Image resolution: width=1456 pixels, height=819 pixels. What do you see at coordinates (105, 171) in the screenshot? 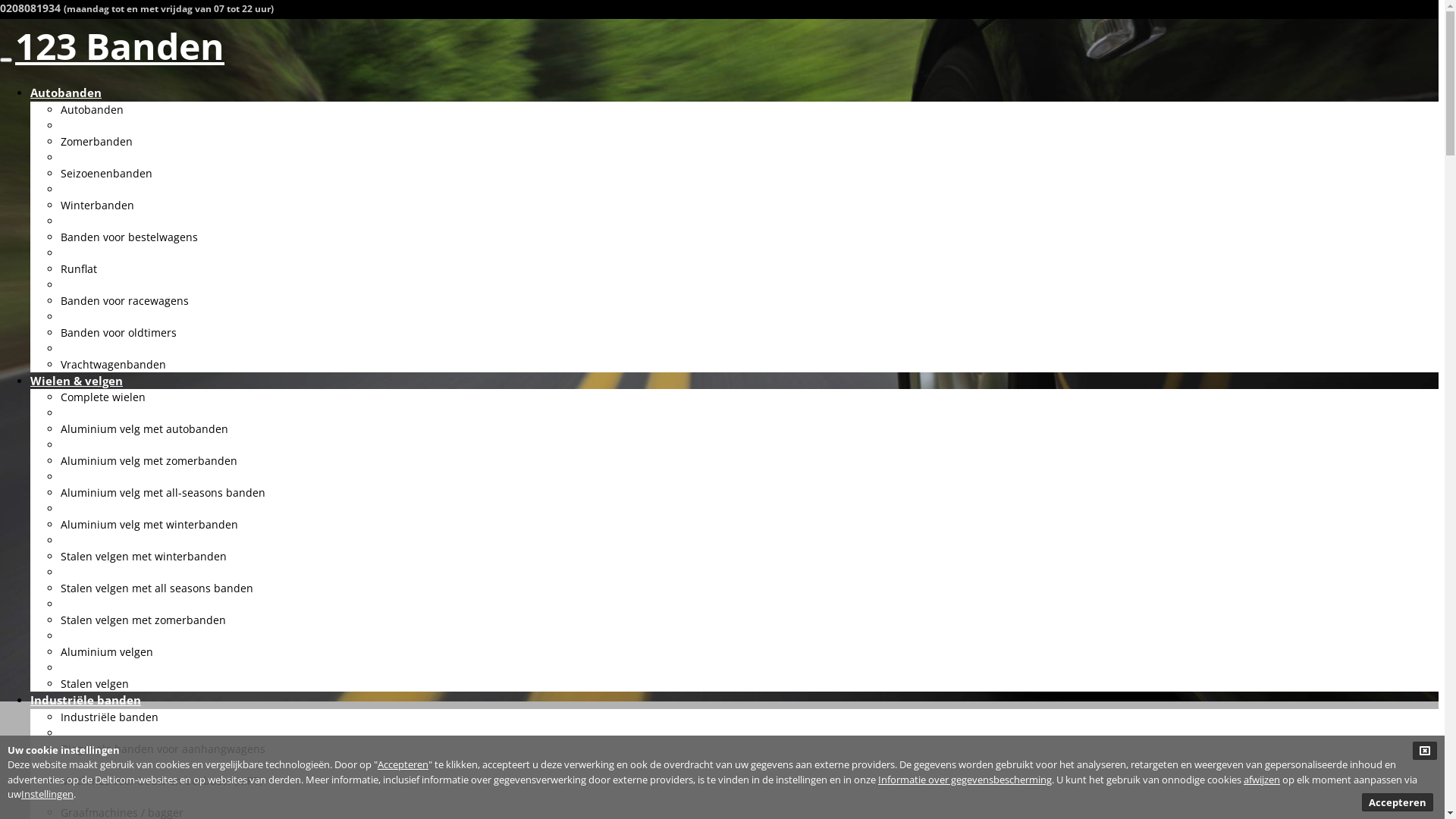
I see `'Seizoenenbanden'` at bounding box center [105, 171].